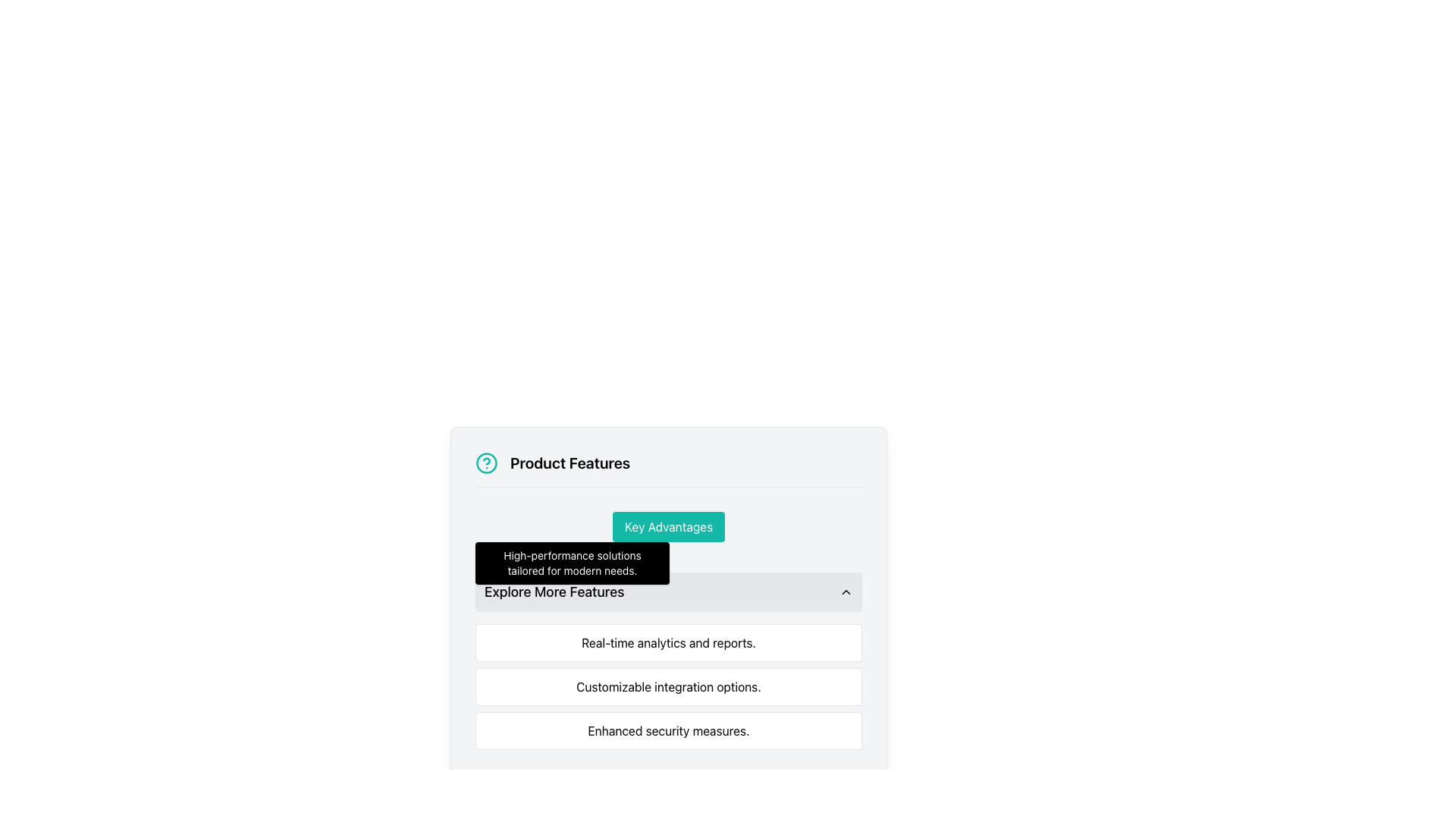 This screenshot has height=819, width=1456. What do you see at coordinates (668, 487) in the screenshot?
I see `the decorative horizontal line located beneath the 'Product Features' title and above the 'Key Advantages' subsection` at bounding box center [668, 487].